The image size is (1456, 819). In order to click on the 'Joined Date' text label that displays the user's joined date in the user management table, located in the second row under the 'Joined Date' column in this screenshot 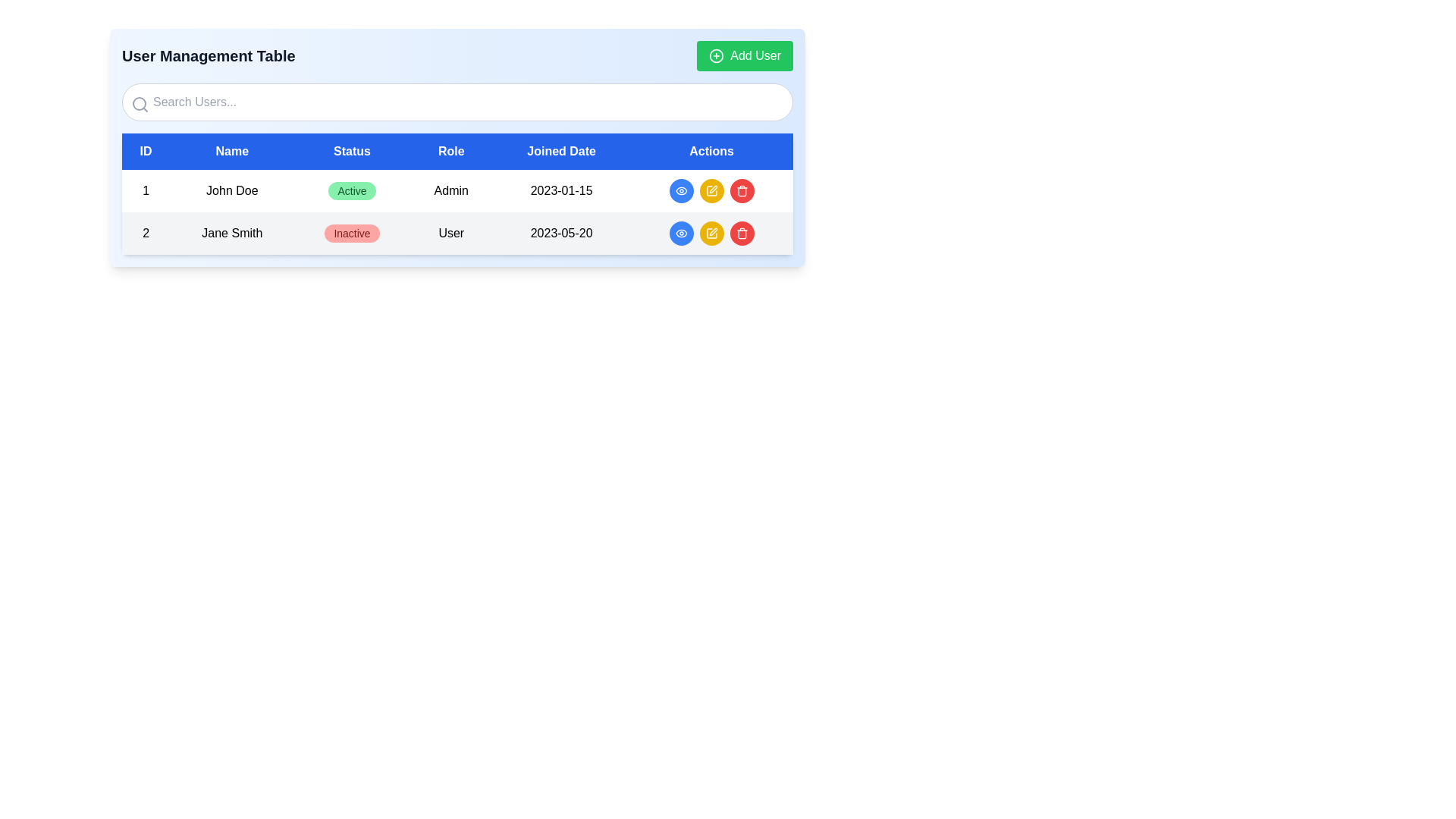, I will do `click(560, 234)`.